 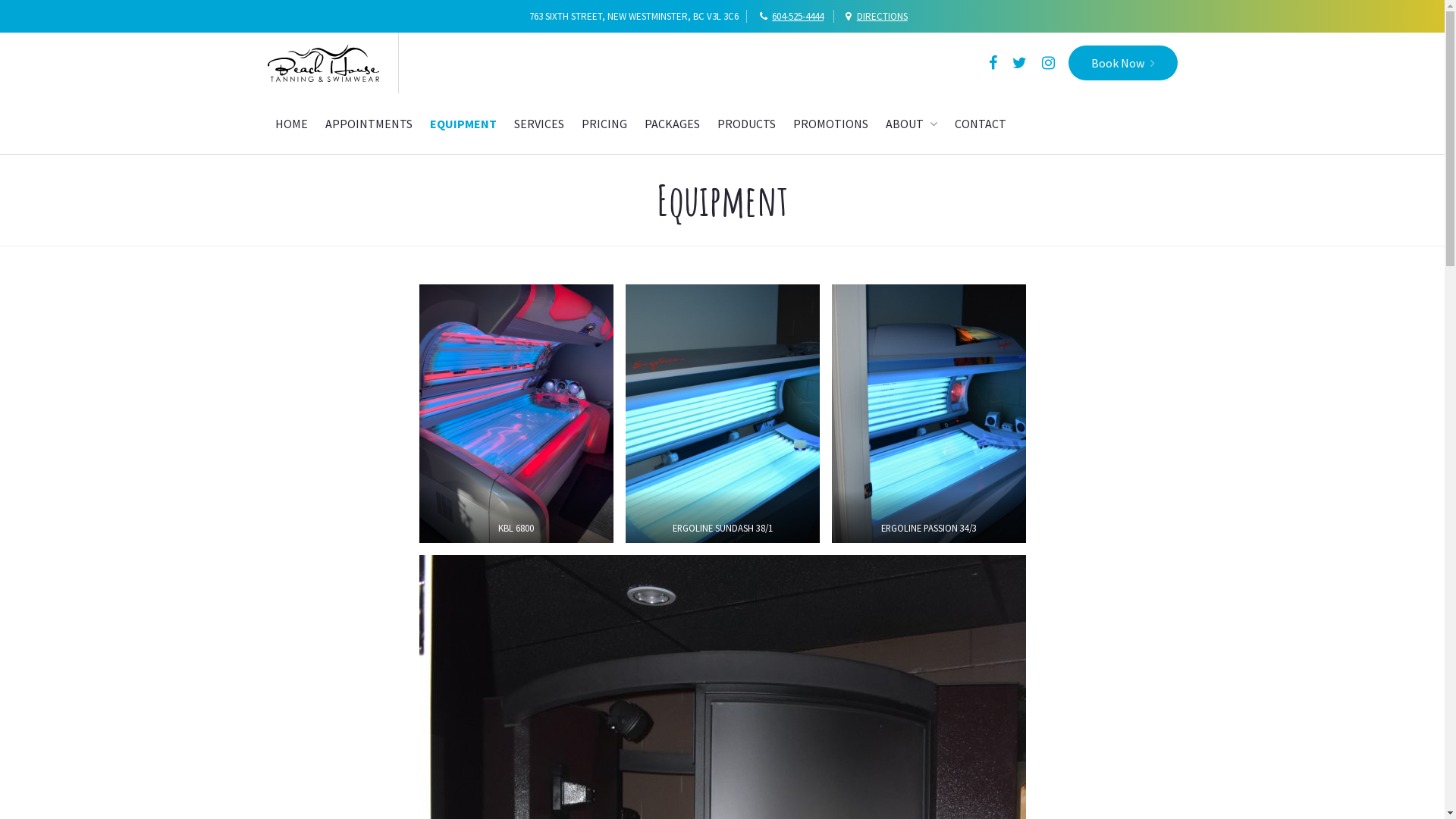 I want to click on 'HOME', so click(x=266, y=122).